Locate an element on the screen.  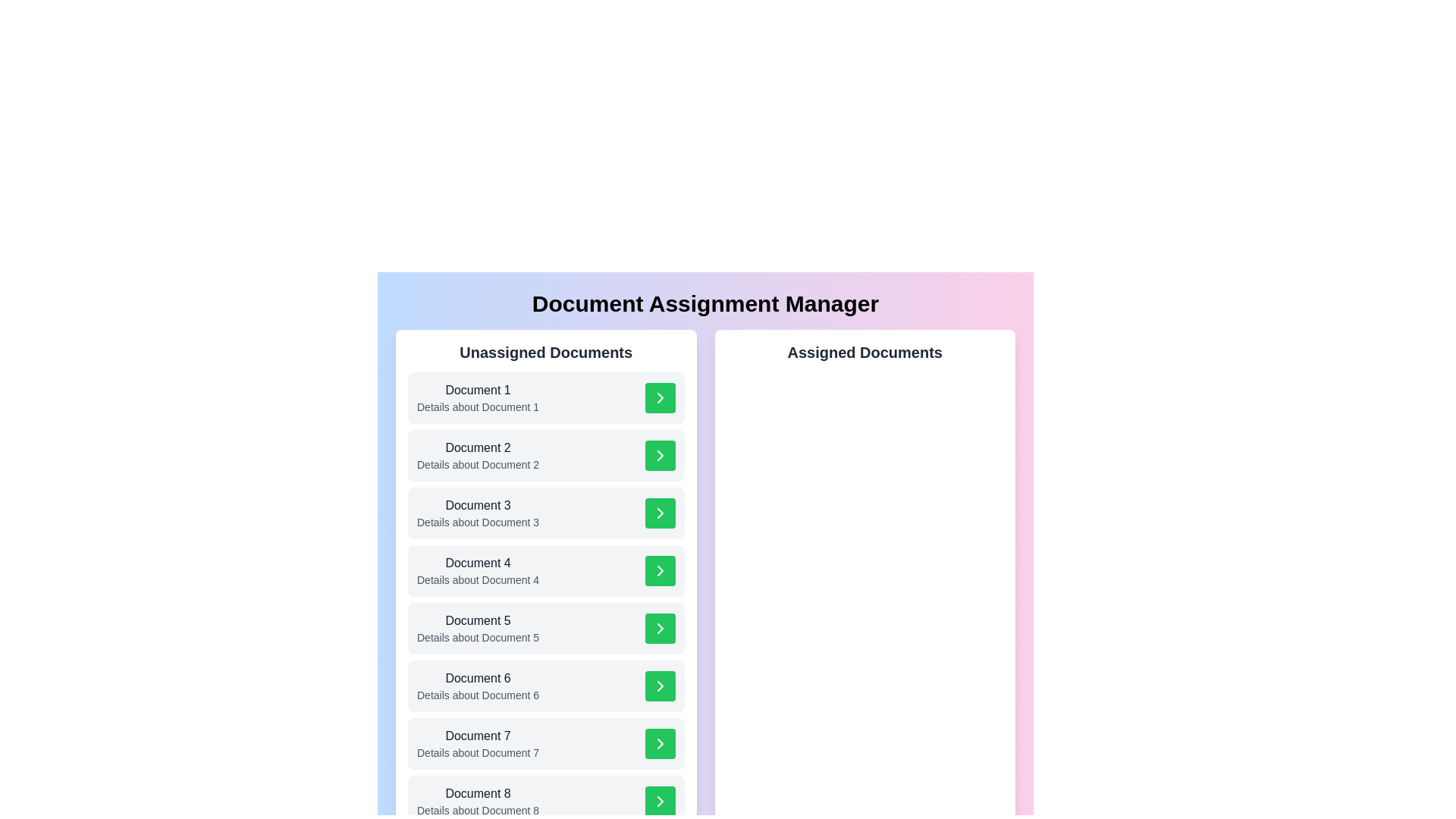
the right-pointing chevron icon within the green button corresponding to the 'Document 6' entry in the 'Unassigned Documents' section is located at coordinates (660, 686).